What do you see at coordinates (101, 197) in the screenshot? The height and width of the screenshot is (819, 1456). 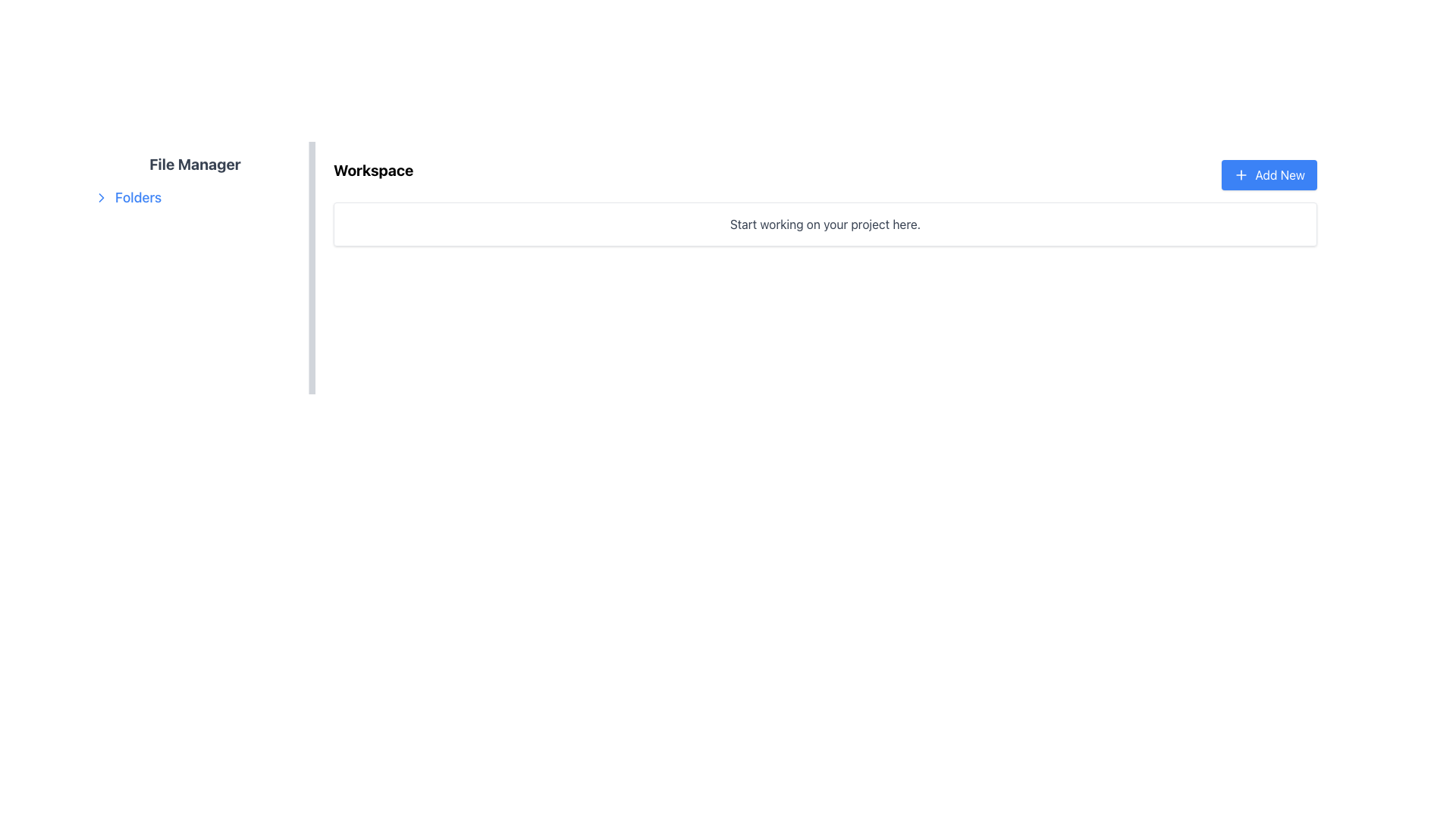 I see `the right-facing chevron icon, a minimalistic outlined triangular shape pointing to the right, located under the 'File Manager' label and to the left of the 'Folders' text label` at bounding box center [101, 197].